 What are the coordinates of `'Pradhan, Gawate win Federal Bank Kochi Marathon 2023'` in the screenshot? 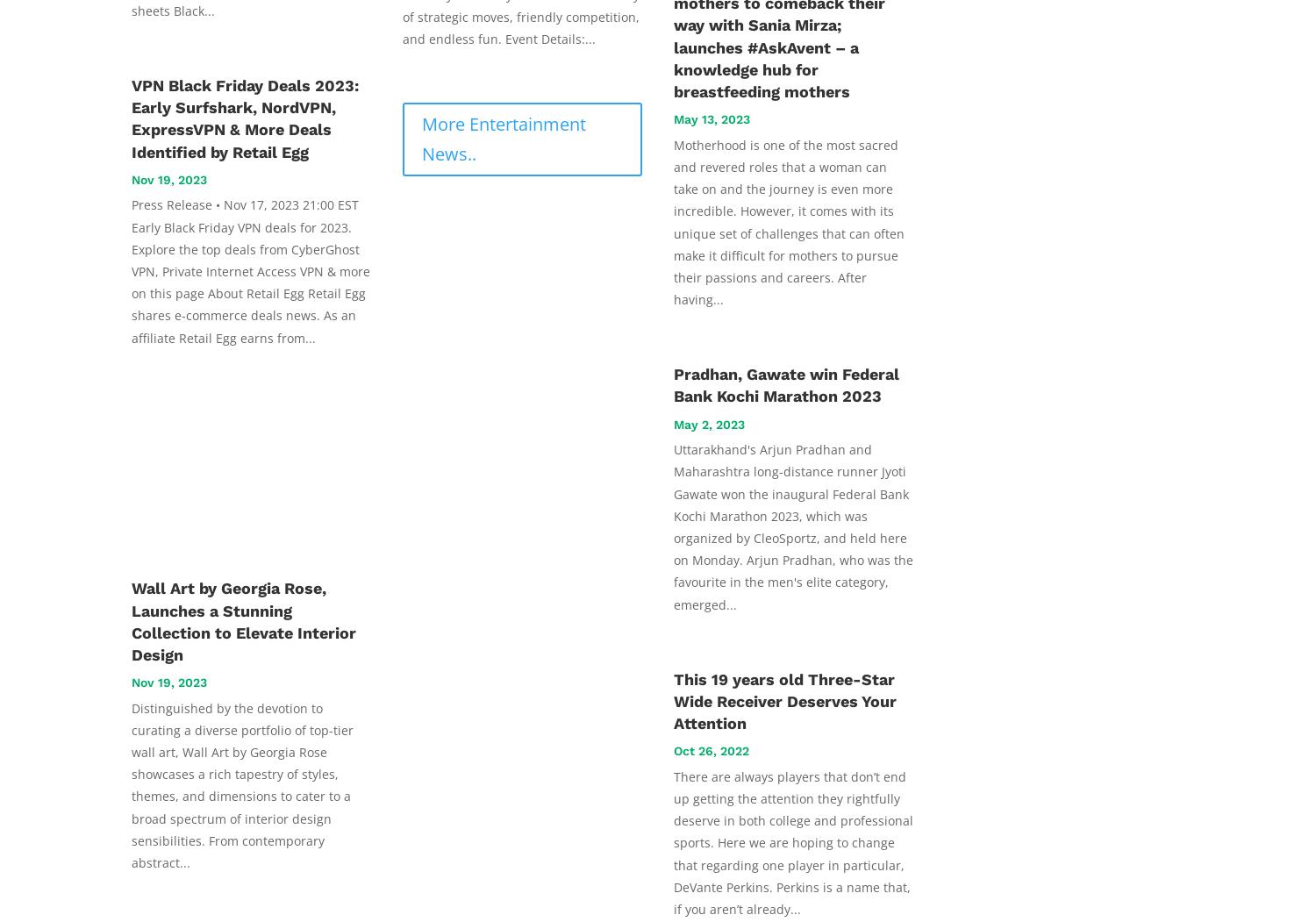 It's located at (786, 385).